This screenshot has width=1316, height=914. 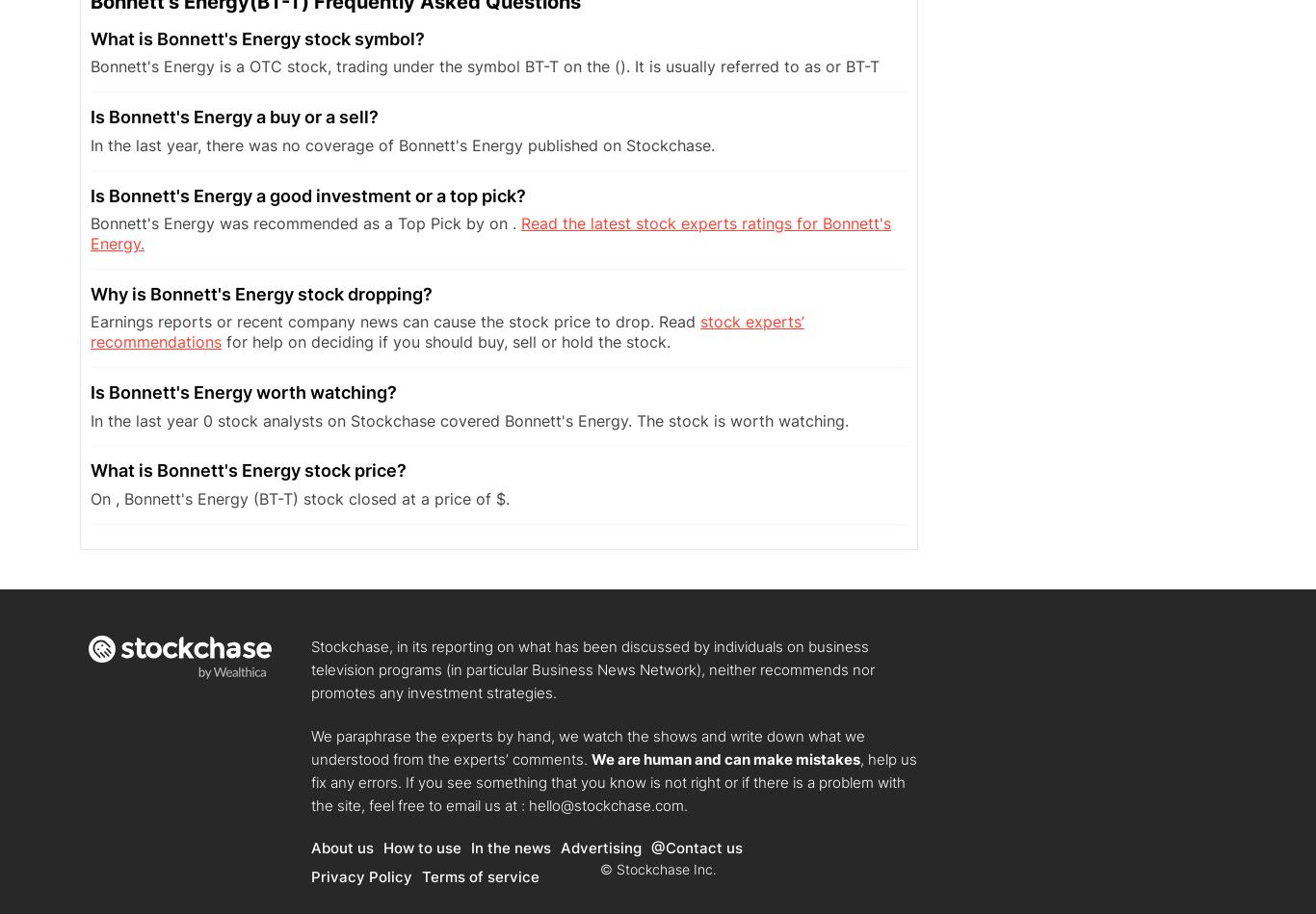 I want to click on 'Is Bonnett's Energy worth watching?', so click(x=243, y=391).